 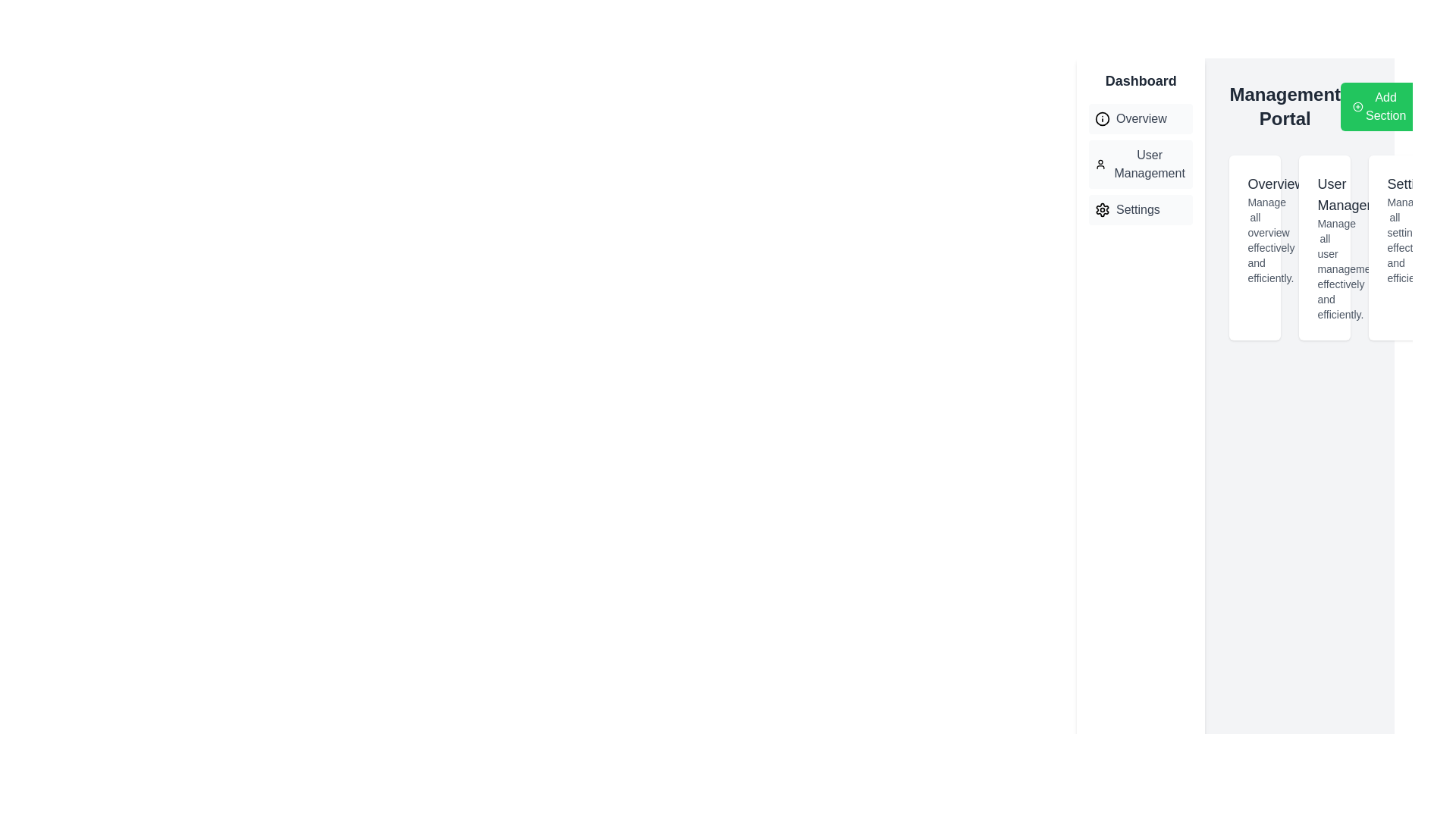 What do you see at coordinates (1140, 164) in the screenshot?
I see `the 'User Management' option in the Sidebar navigation menu` at bounding box center [1140, 164].